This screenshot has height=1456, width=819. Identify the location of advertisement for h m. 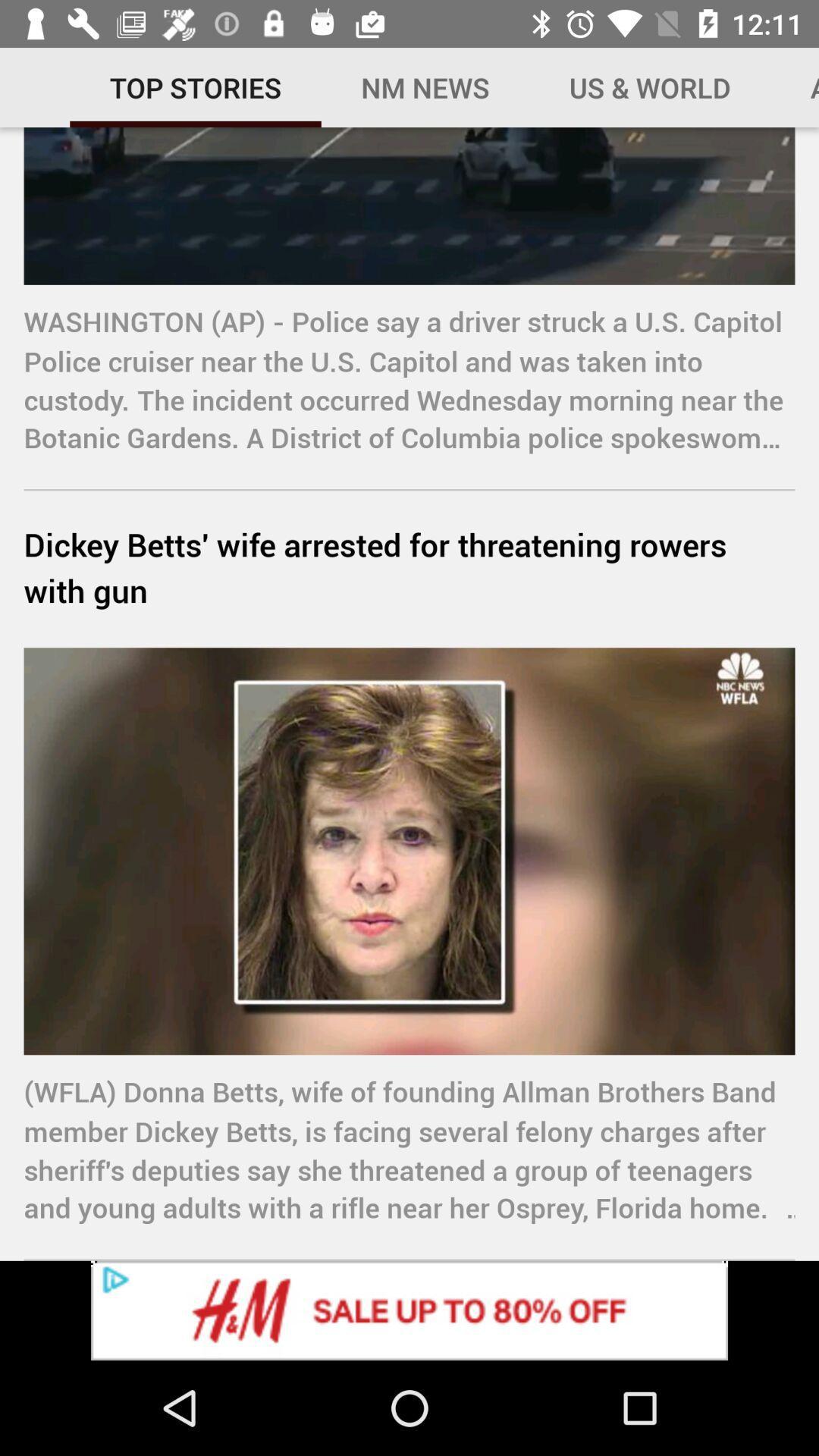
(409, 1310).